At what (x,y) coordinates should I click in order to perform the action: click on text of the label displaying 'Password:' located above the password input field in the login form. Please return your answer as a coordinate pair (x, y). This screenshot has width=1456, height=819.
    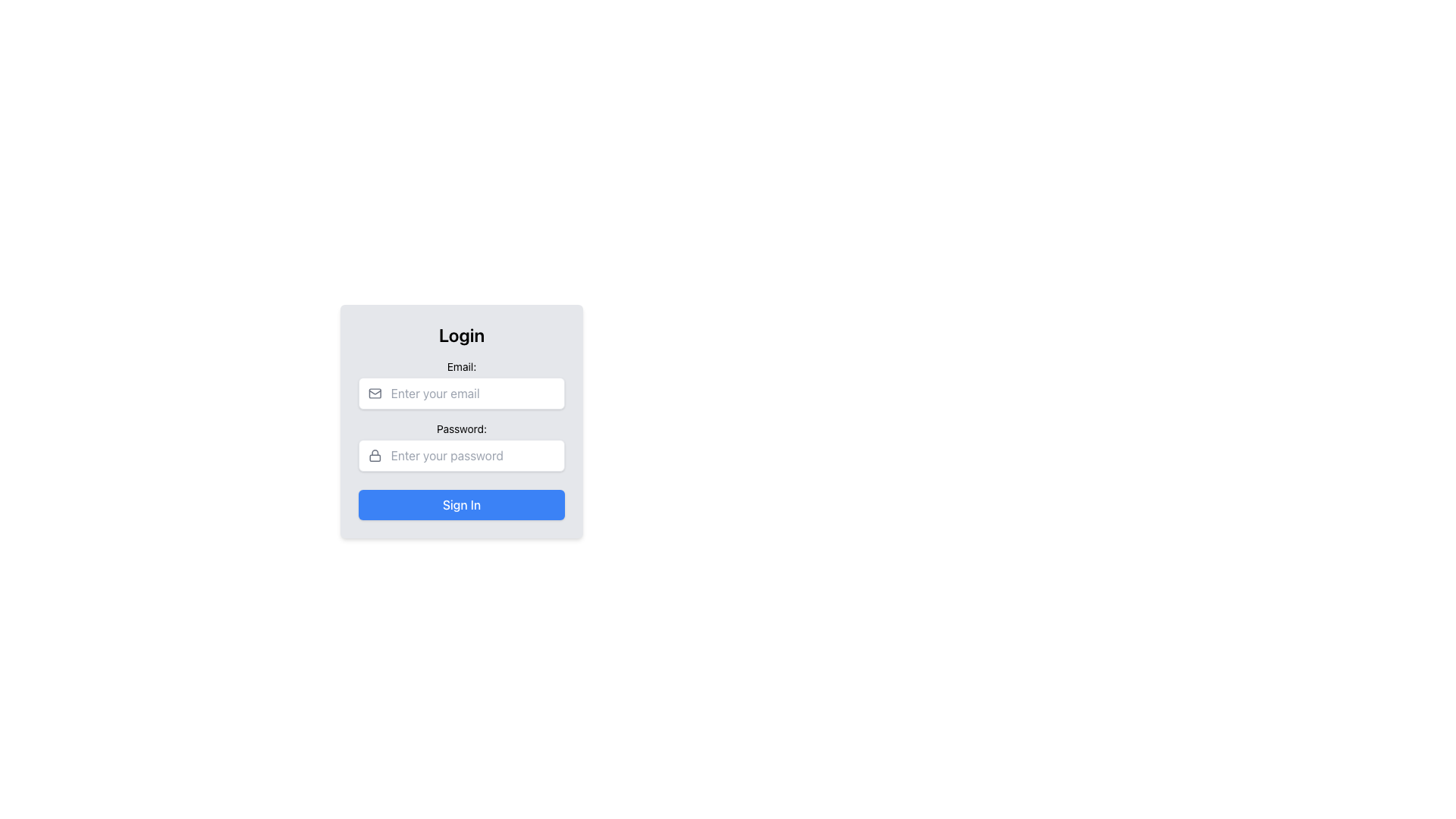
    Looking at the image, I should click on (461, 429).